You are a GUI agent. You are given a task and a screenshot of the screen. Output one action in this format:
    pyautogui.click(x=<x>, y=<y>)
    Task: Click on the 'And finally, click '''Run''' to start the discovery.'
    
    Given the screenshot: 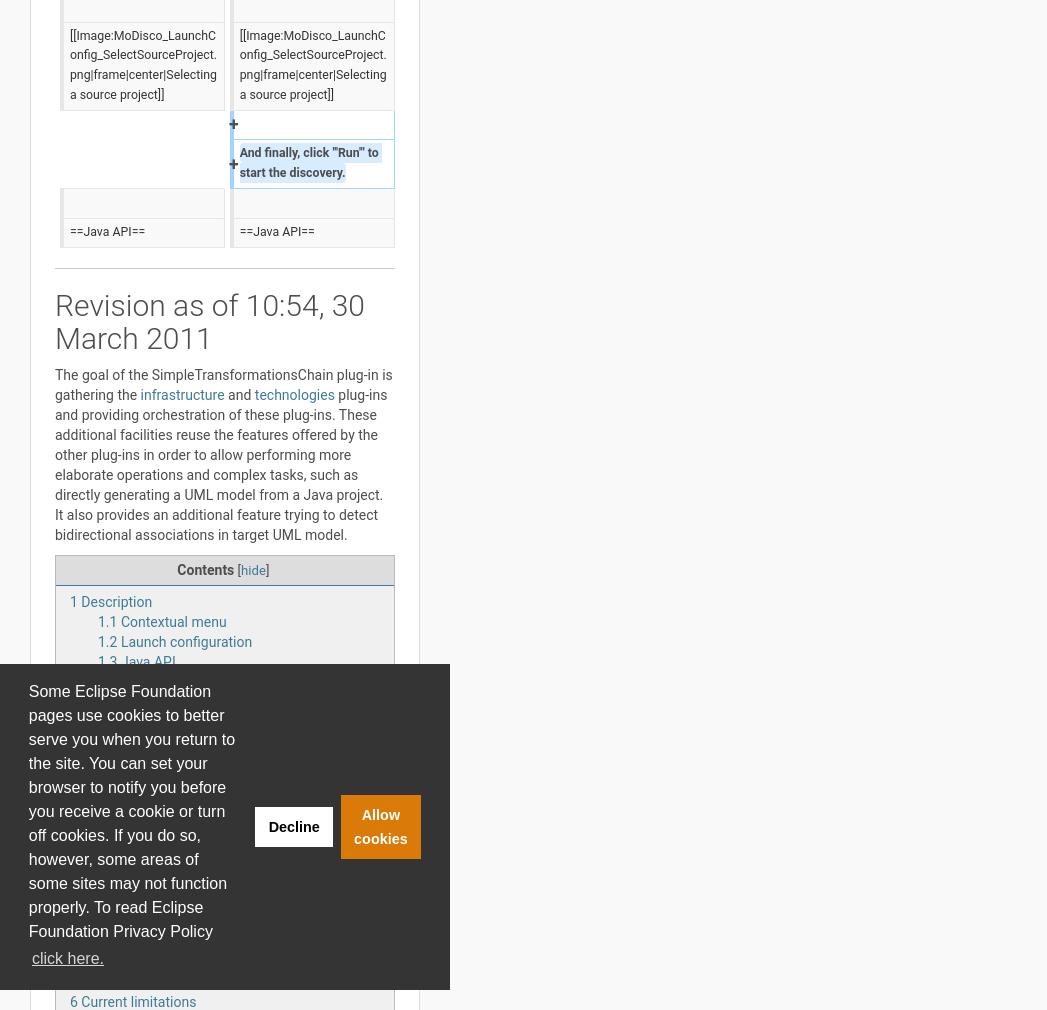 What is the action you would take?
    pyautogui.click(x=309, y=162)
    